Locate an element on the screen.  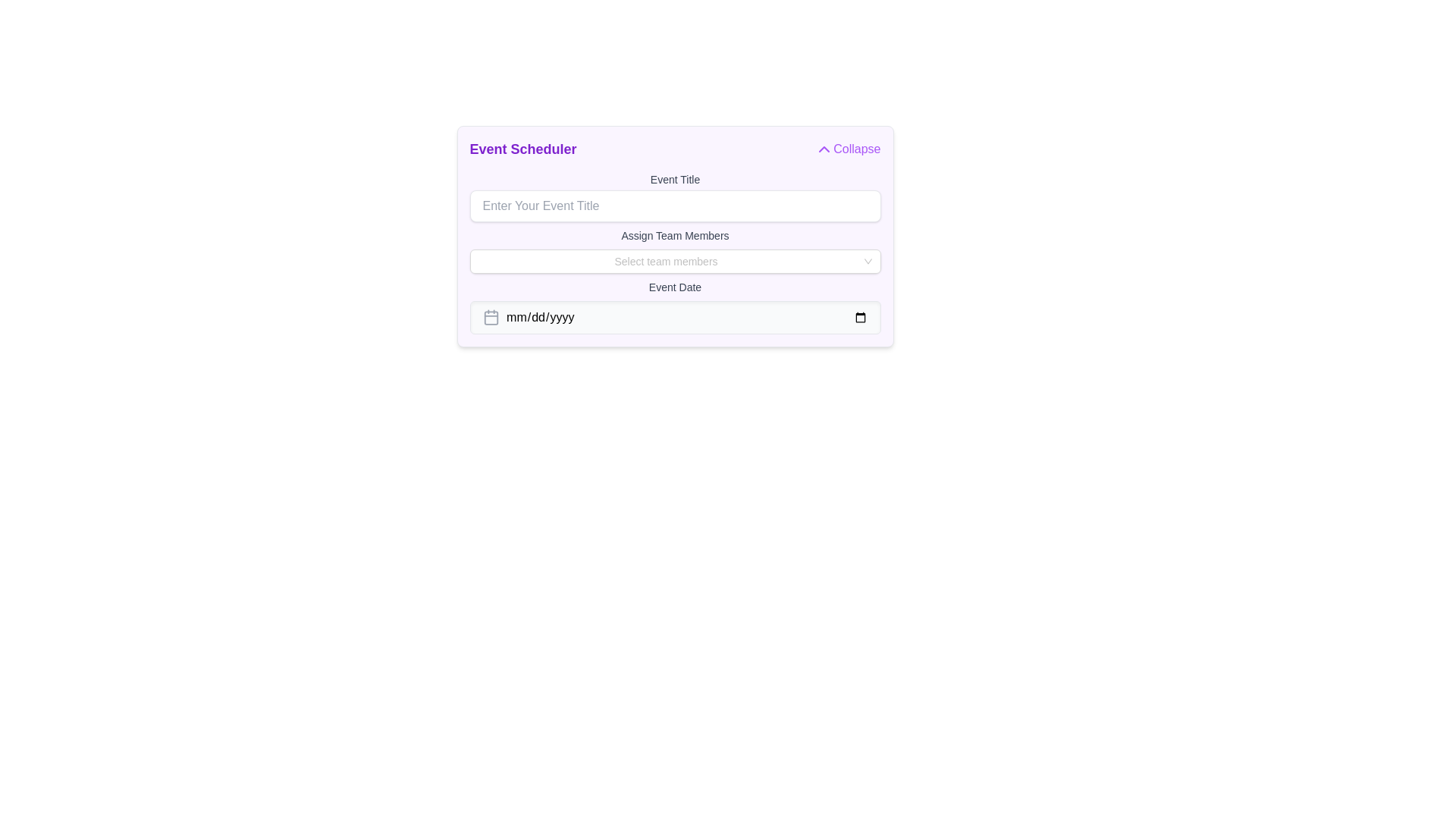
the upward chevron button with a purple outline located to the left of the 'Collapse' text in the 'Event Scheduler' section for accessibility navigation is located at coordinates (824, 149).